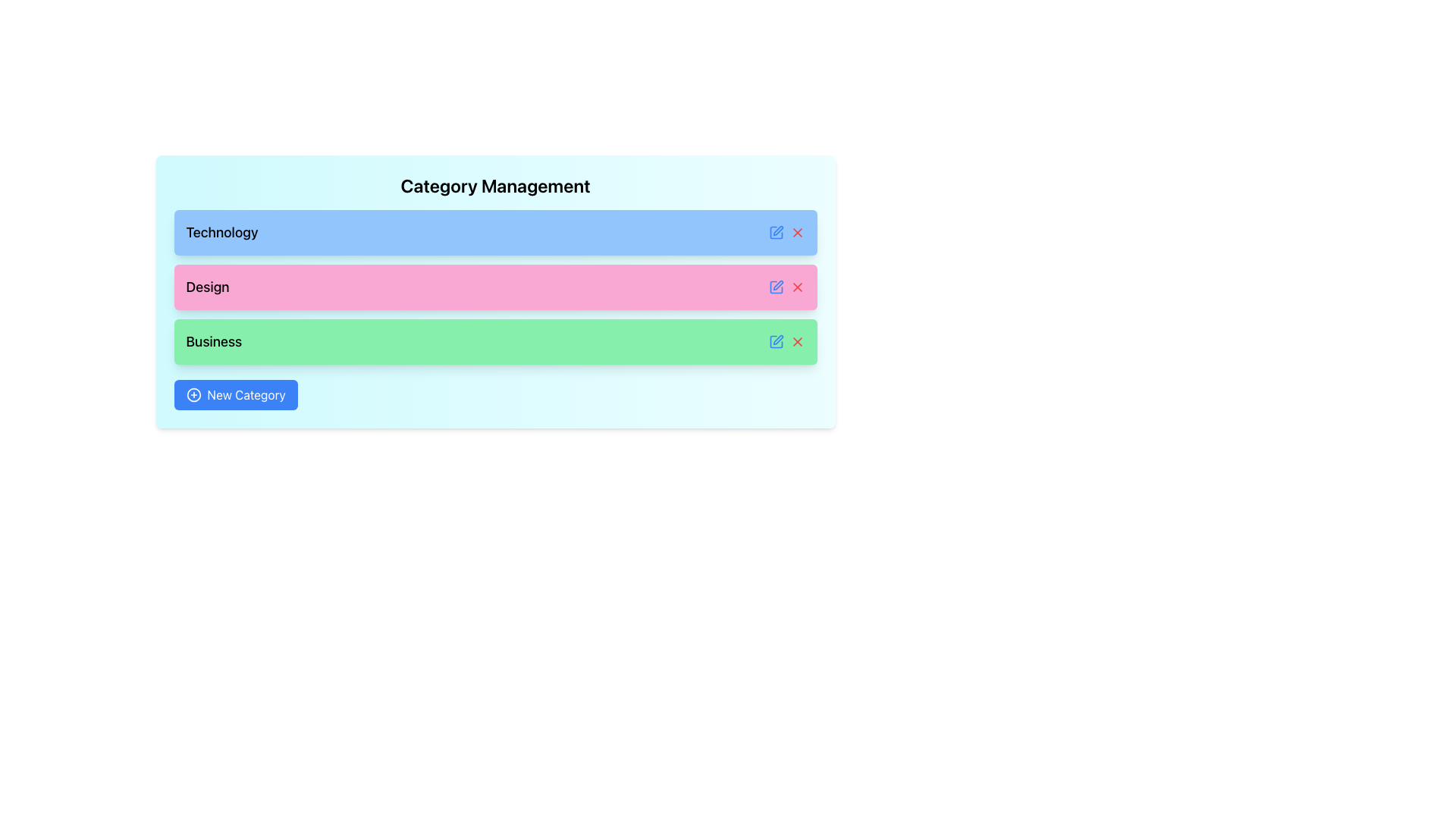  I want to click on the red 'X' icon in the Icon Group (Edit and Delete) located in the top-right corner of the pink bar representing the 'Design' category, so click(786, 287).